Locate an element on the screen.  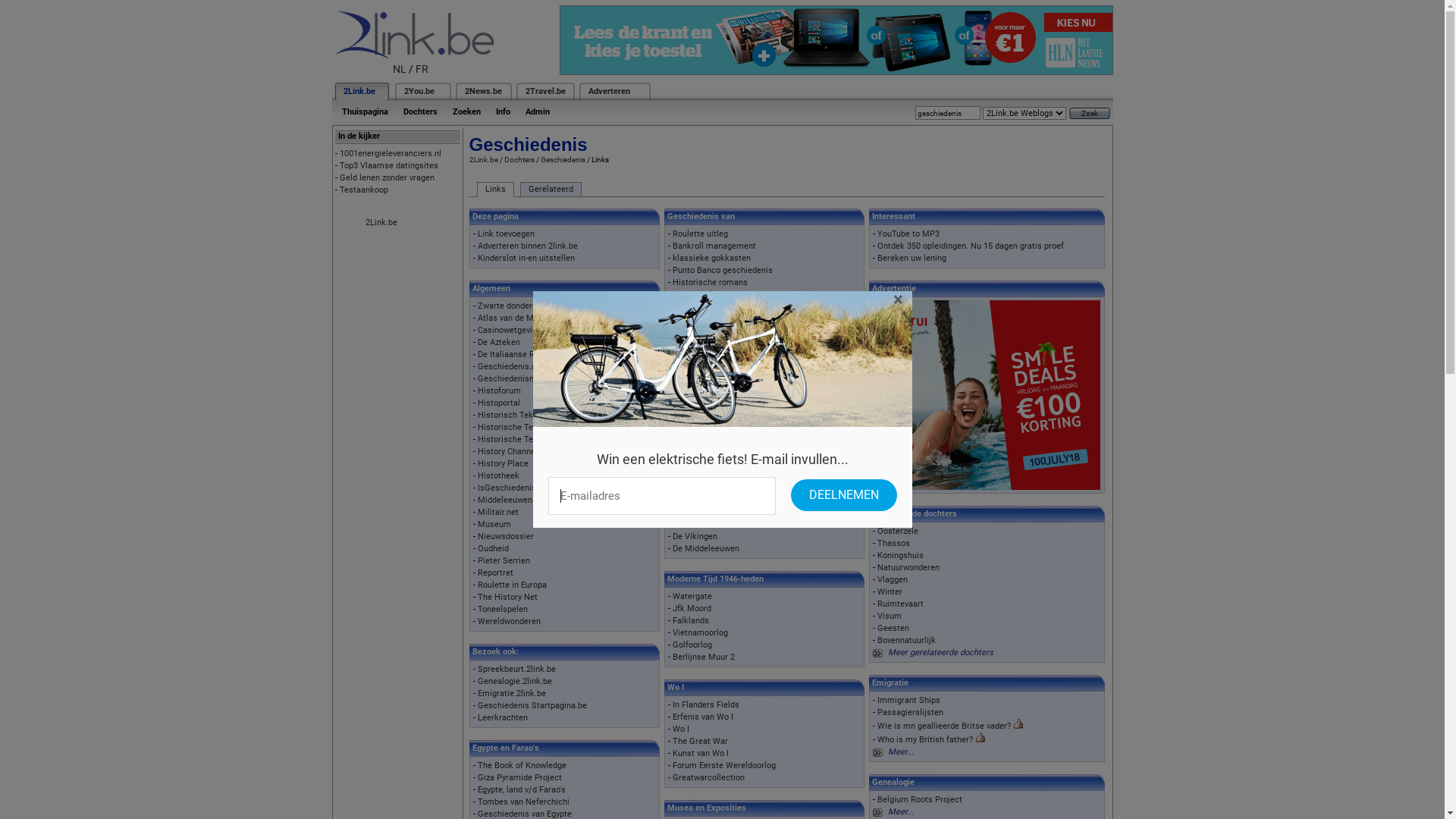
'Vietnamoorlog' is located at coordinates (699, 632).